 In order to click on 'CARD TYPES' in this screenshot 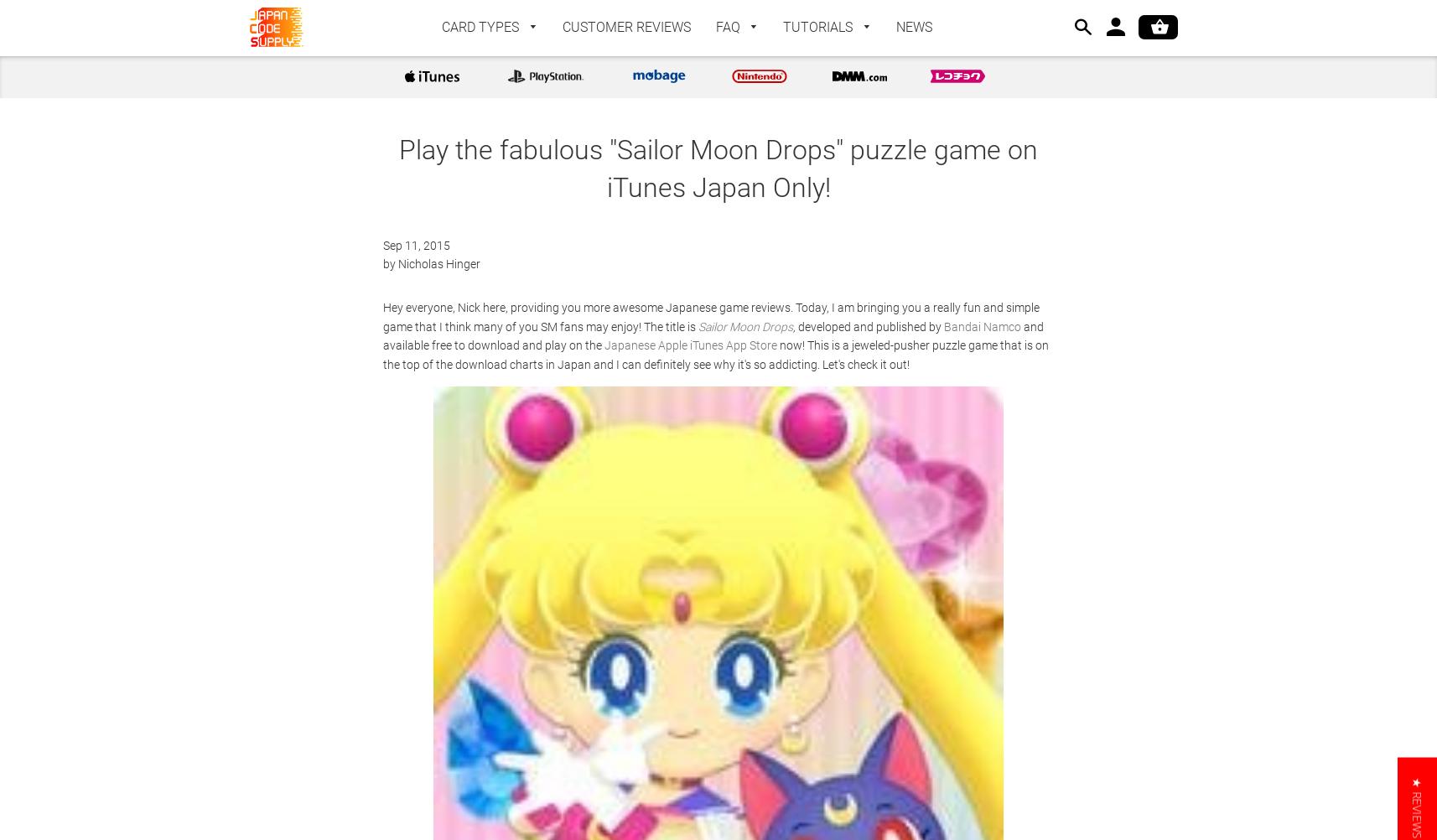, I will do `click(481, 27)`.